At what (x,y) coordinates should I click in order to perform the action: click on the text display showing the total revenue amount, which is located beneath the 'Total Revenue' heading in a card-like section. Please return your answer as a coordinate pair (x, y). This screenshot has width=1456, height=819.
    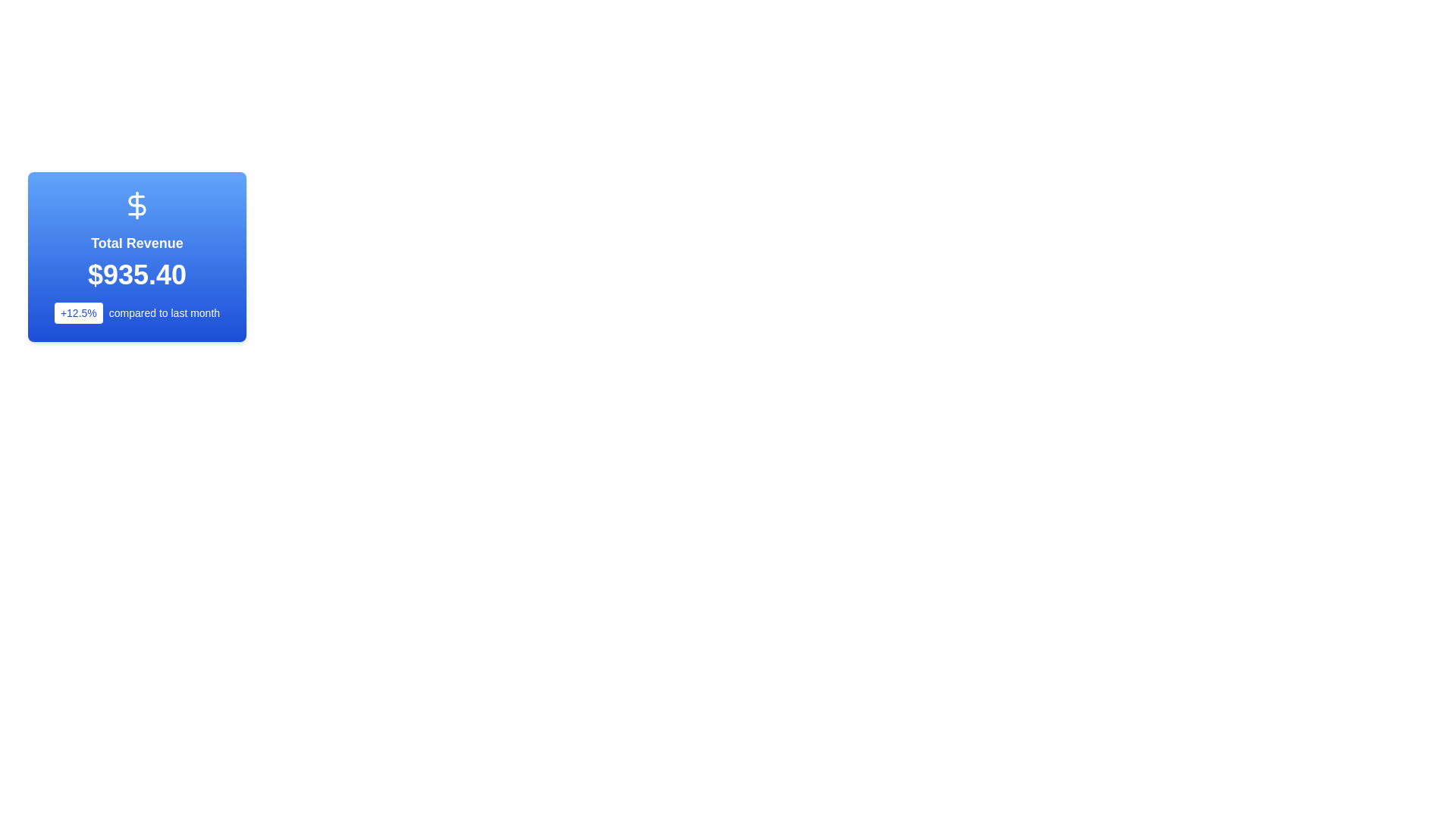
    Looking at the image, I should click on (137, 275).